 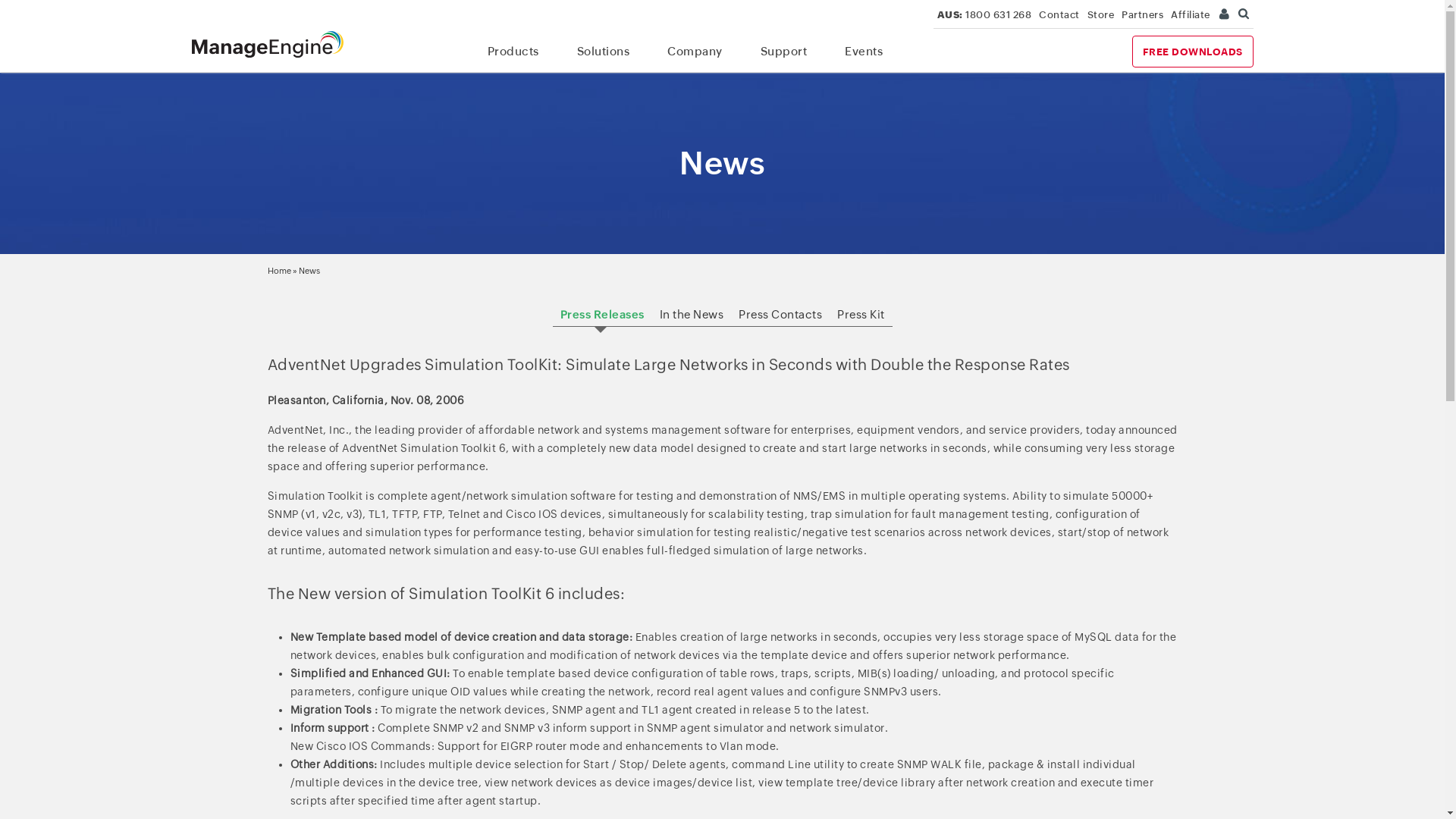 I want to click on 'Press Contacts', so click(x=780, y=313).